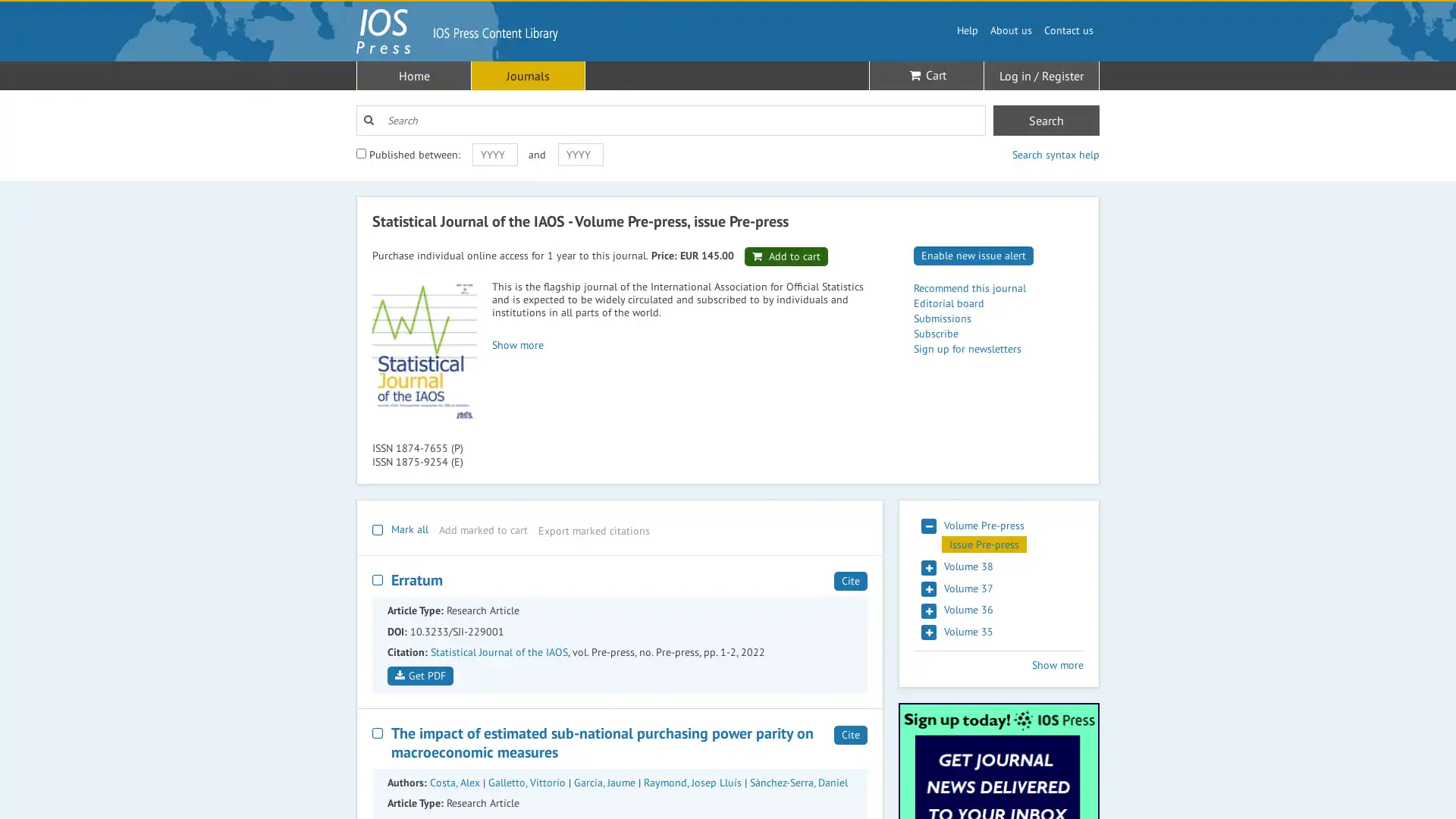  I want to click on Add marked to cart, so click(482, 529).